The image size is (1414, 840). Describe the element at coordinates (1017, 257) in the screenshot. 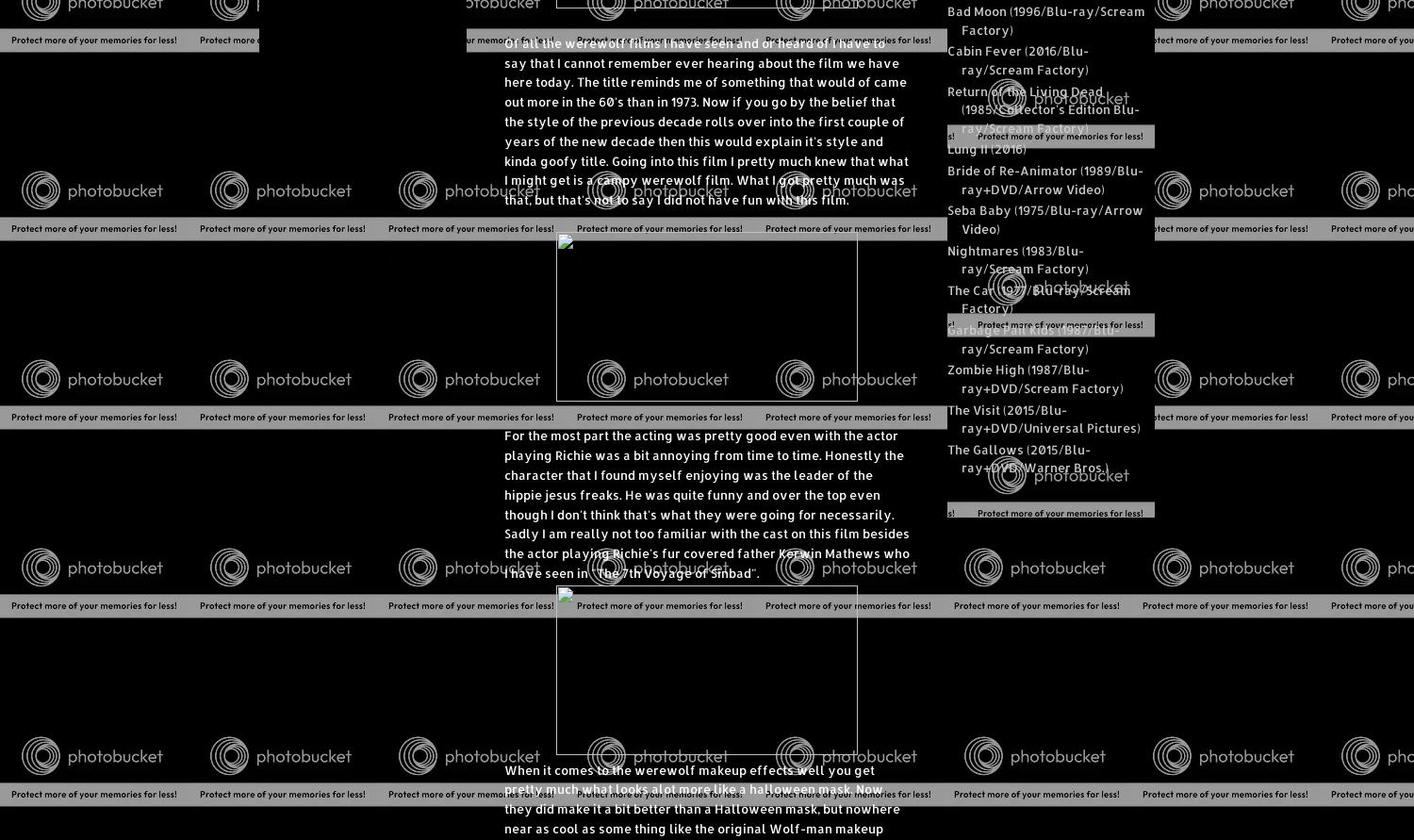

I see `'Nightmares (1983/Blu-ray/Scream Factory)'` at that location.